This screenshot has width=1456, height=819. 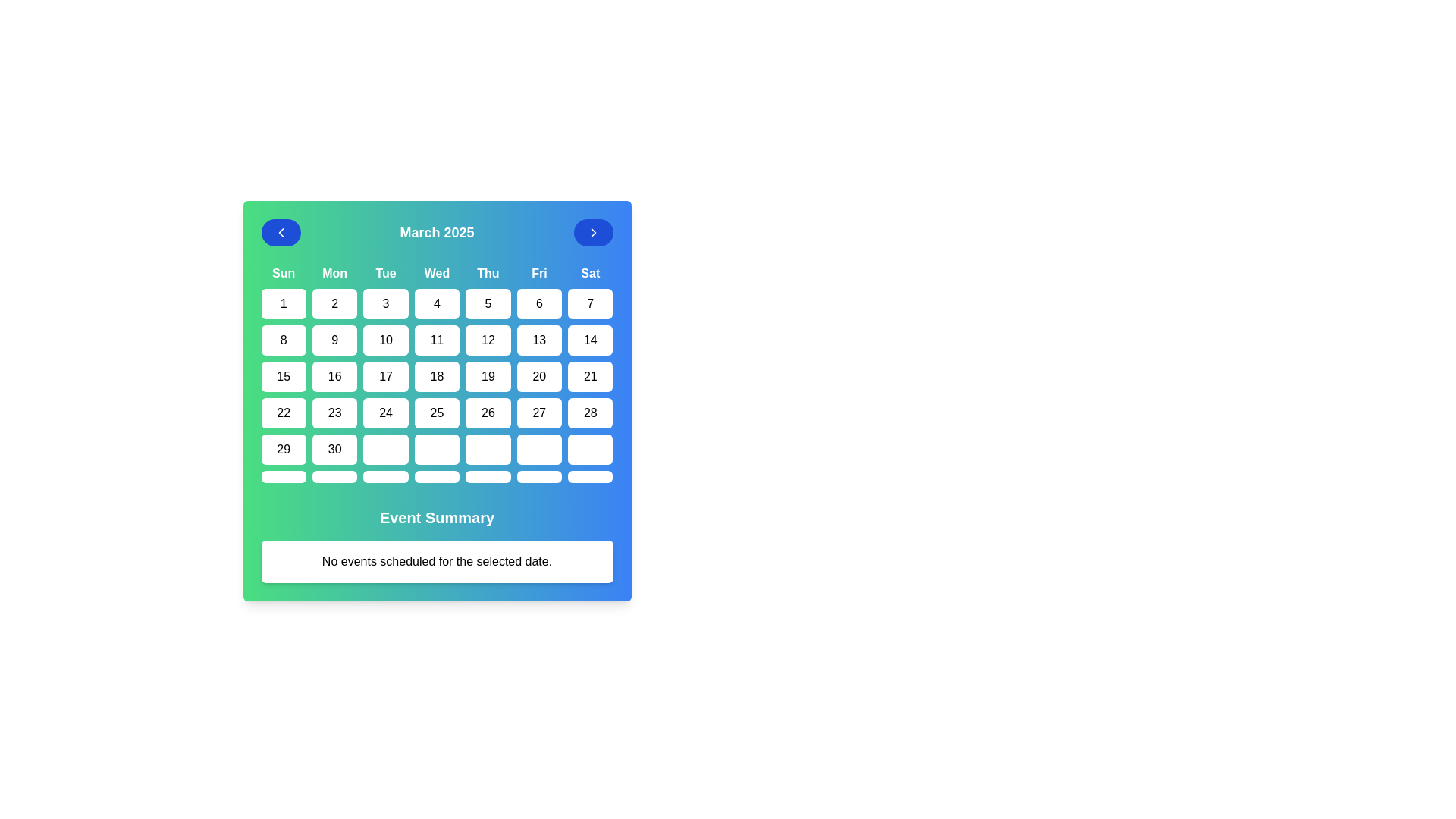 I want to click on the calendar date selection button located, so click(x=538, y=449).